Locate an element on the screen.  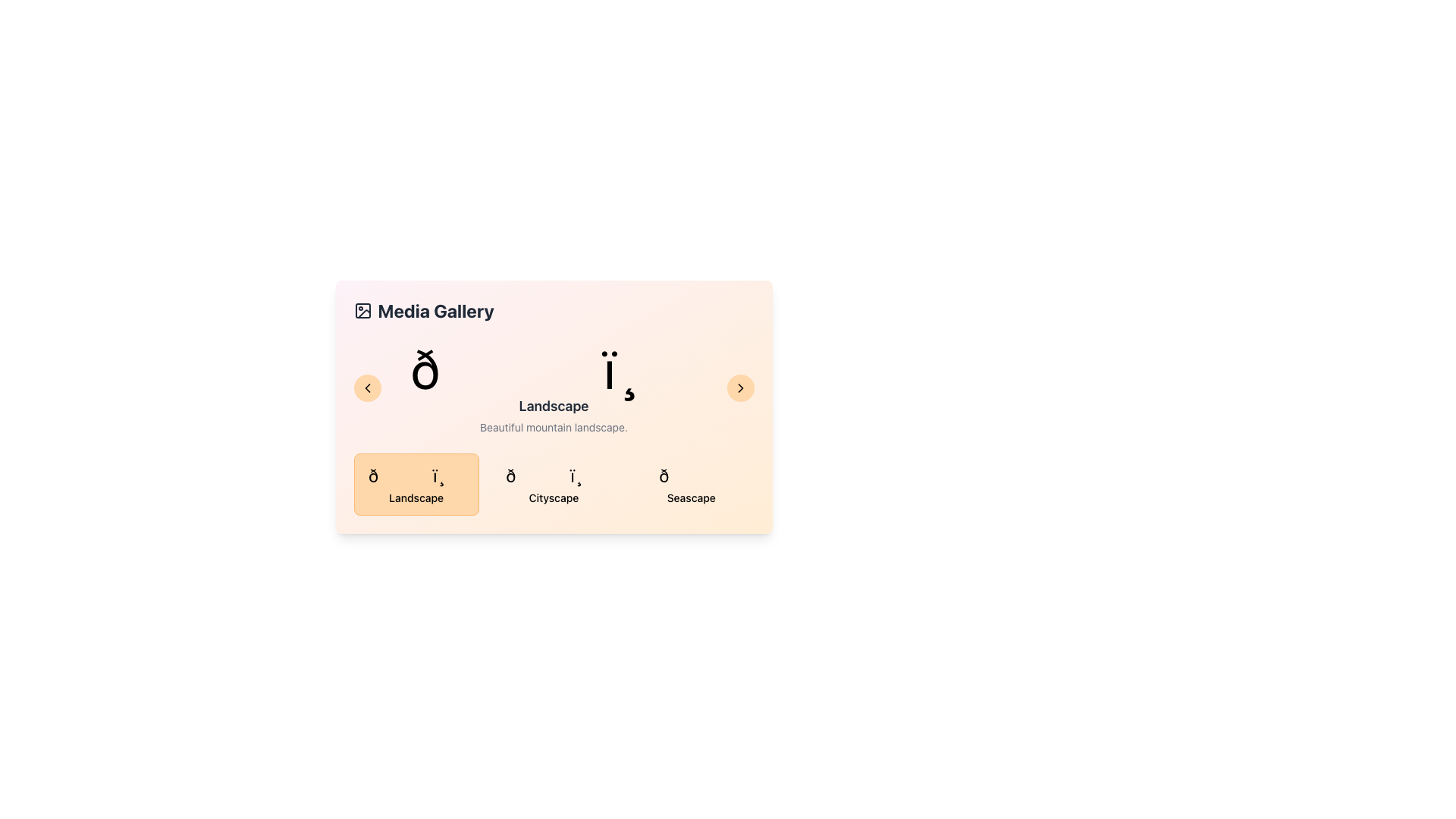
the 'Seascape' button, which features a sea wave emoji and is the third item in the grid layout is located at coordinates (690, 485).